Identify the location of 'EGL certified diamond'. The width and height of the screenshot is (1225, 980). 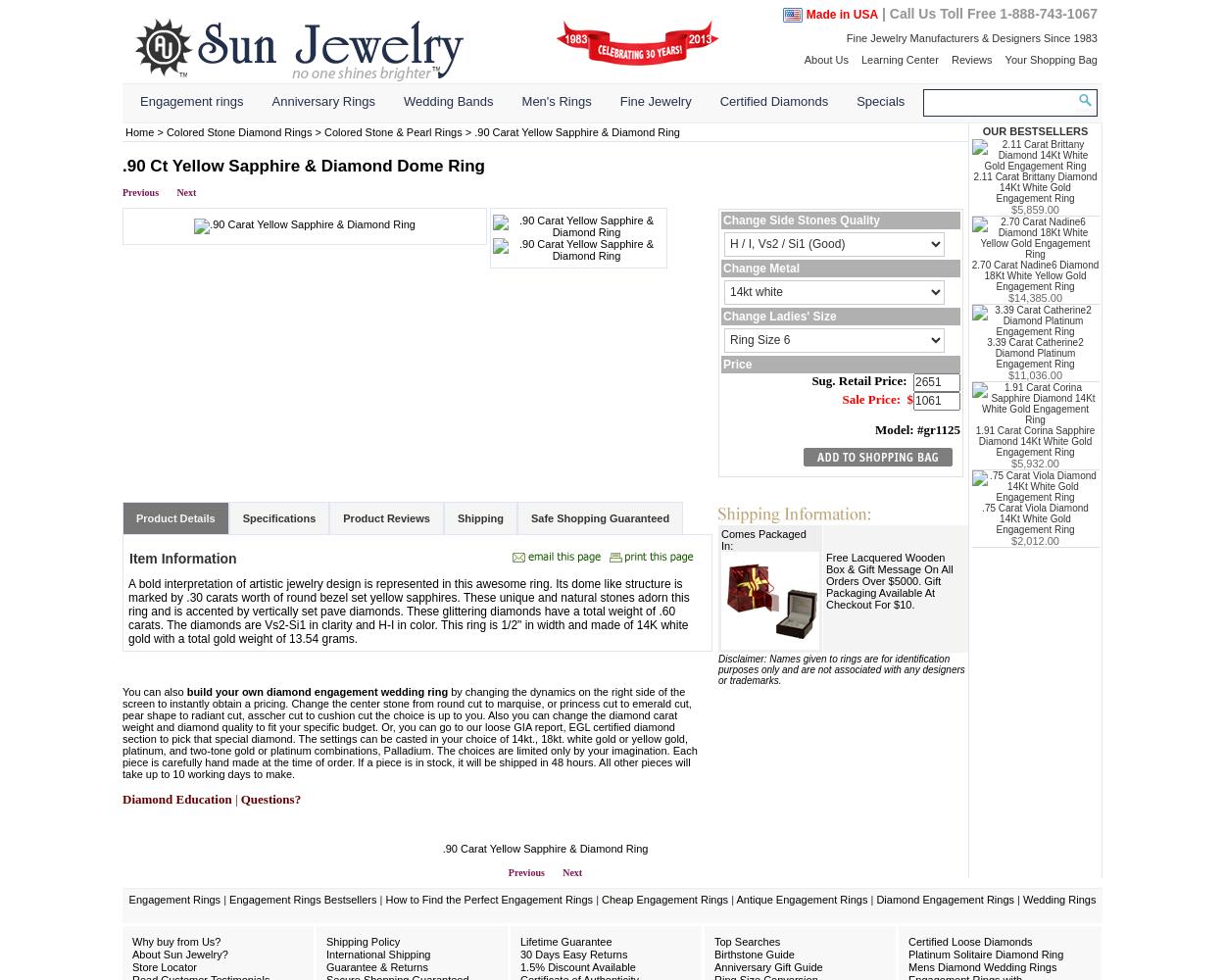
(621, 725).